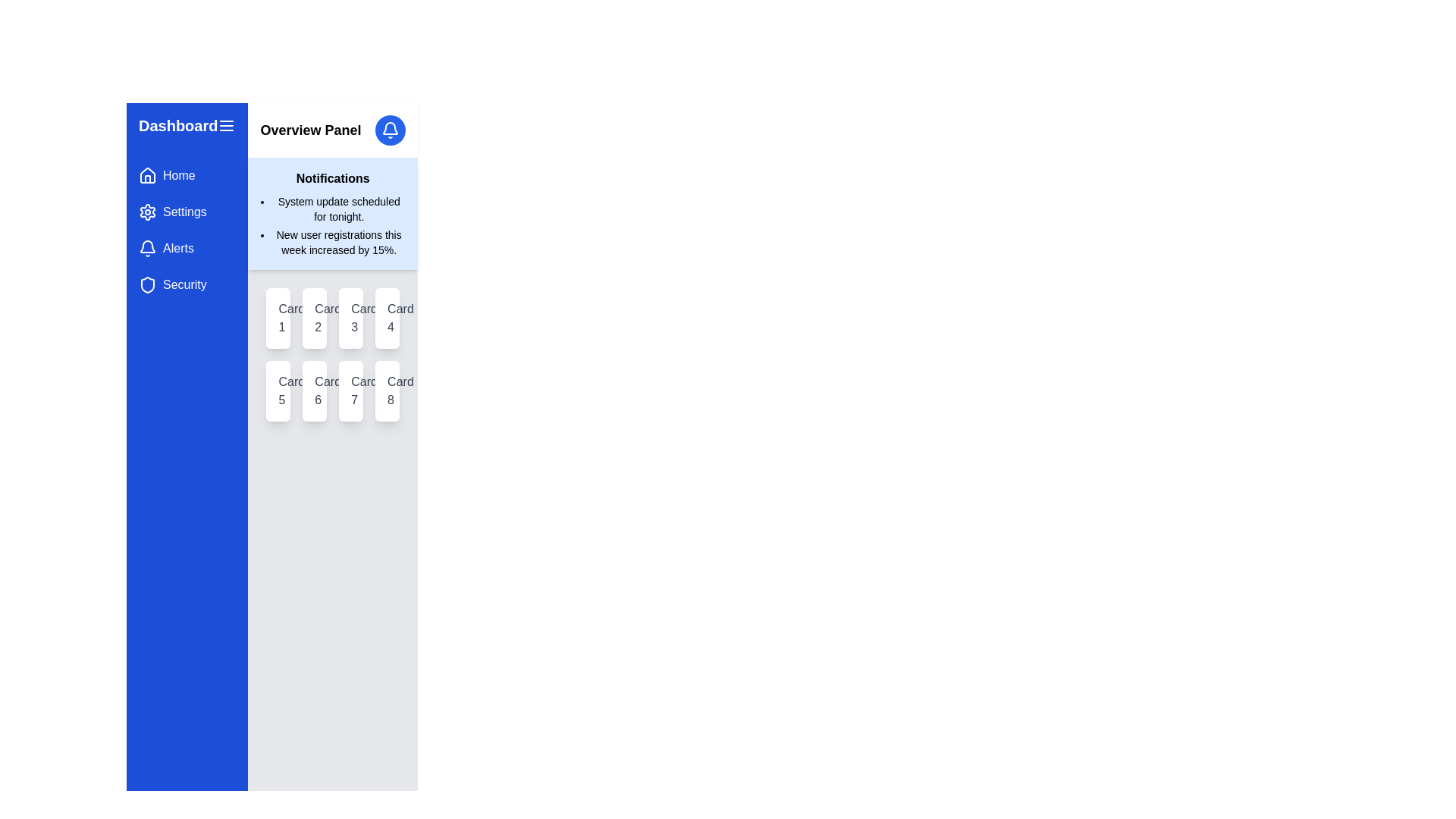 The width and height of the screenshot is (1456, 819). What do you see at coordinates (332, 130) in the screenshot?
I see `the 'Overview Panel' header with an interactive button located at the top of the vertical column on the right segment of the interface, indicating focus` at bounding box center [332, 130].